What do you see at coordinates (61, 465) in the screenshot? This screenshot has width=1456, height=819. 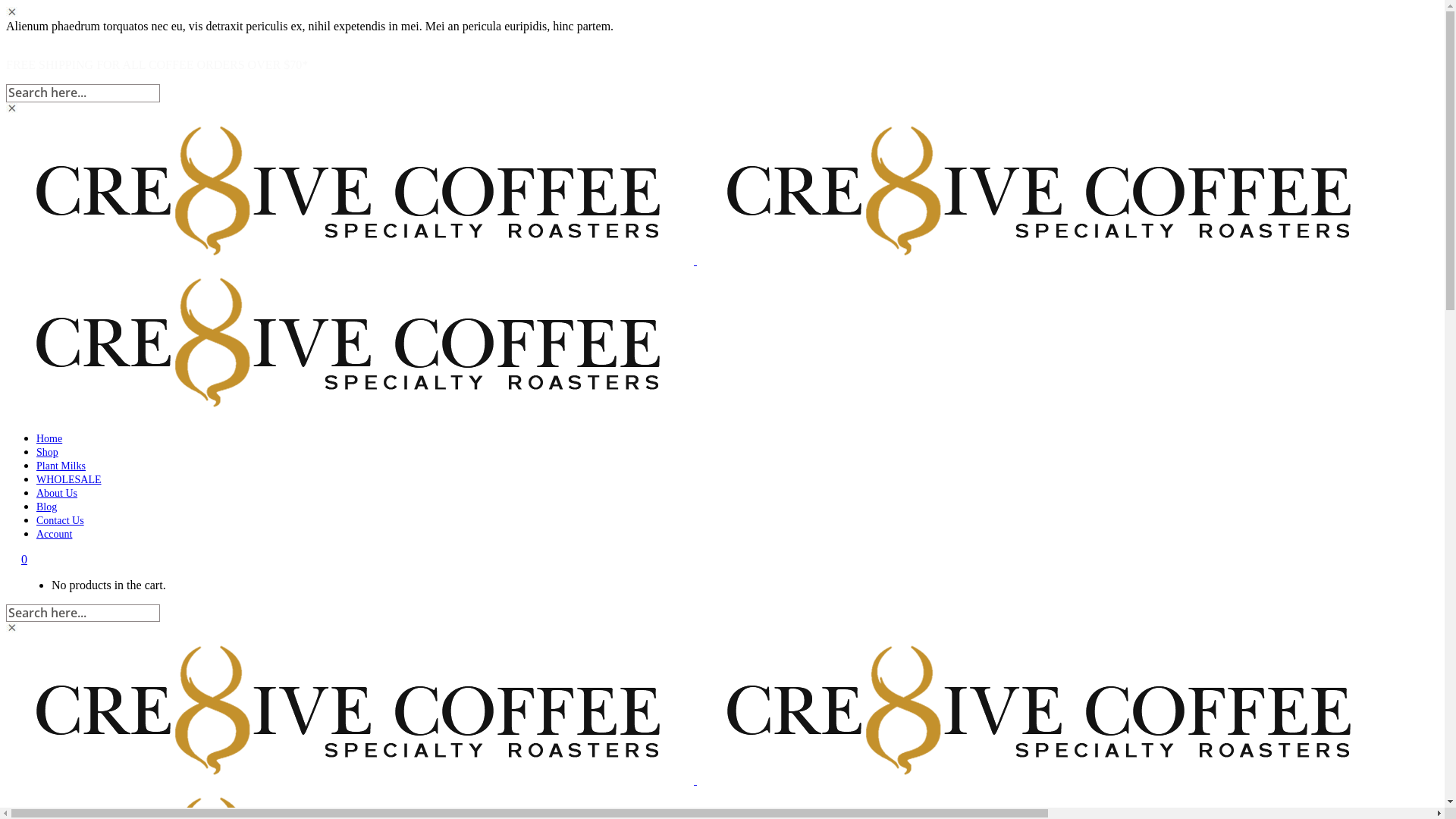 I see `'Plant Milks'` at bounding box center [61, 465].